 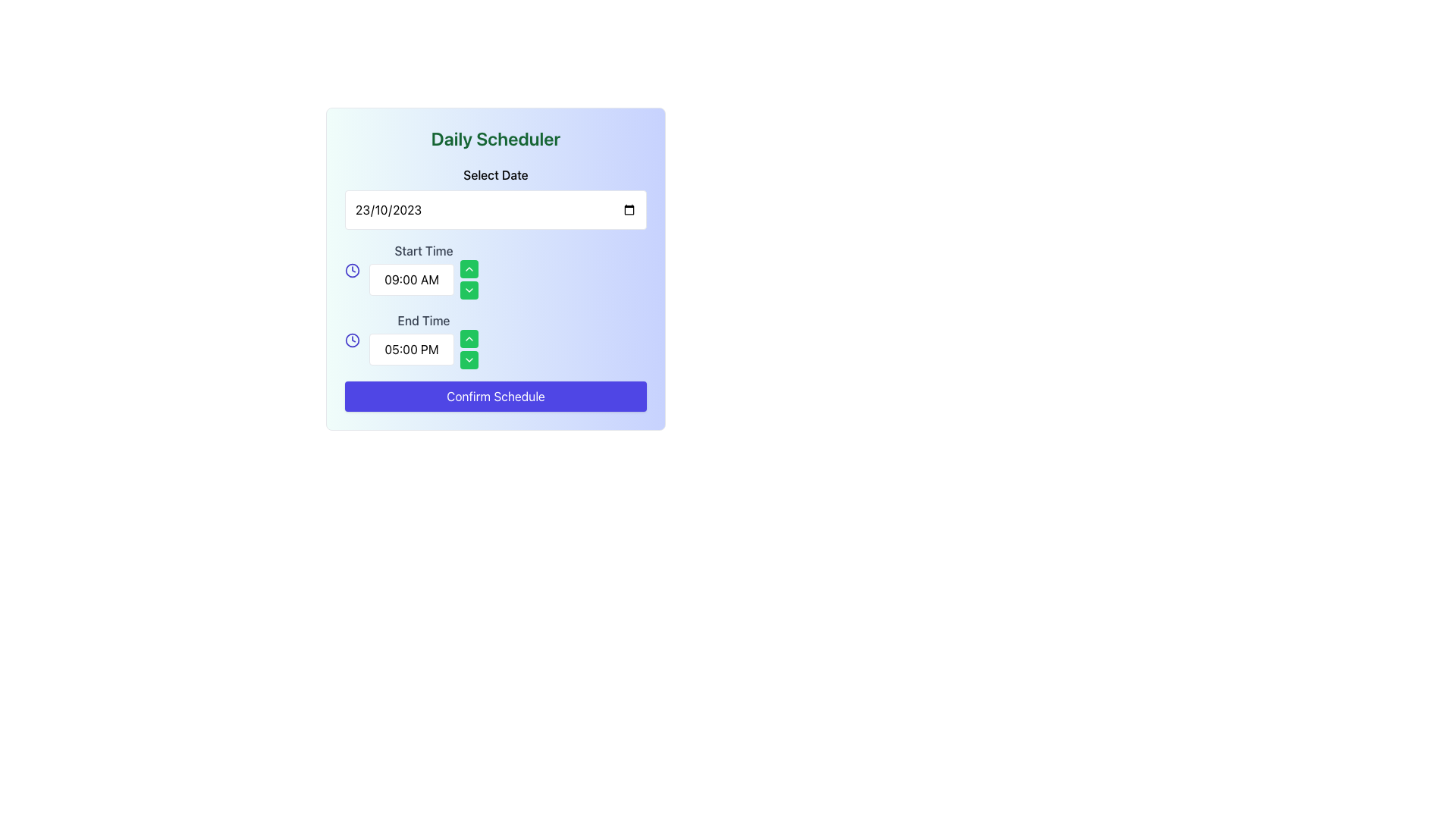 I want to click on the text input field labeled 'Start Time' to focus on it, so click(x=411, y=280).